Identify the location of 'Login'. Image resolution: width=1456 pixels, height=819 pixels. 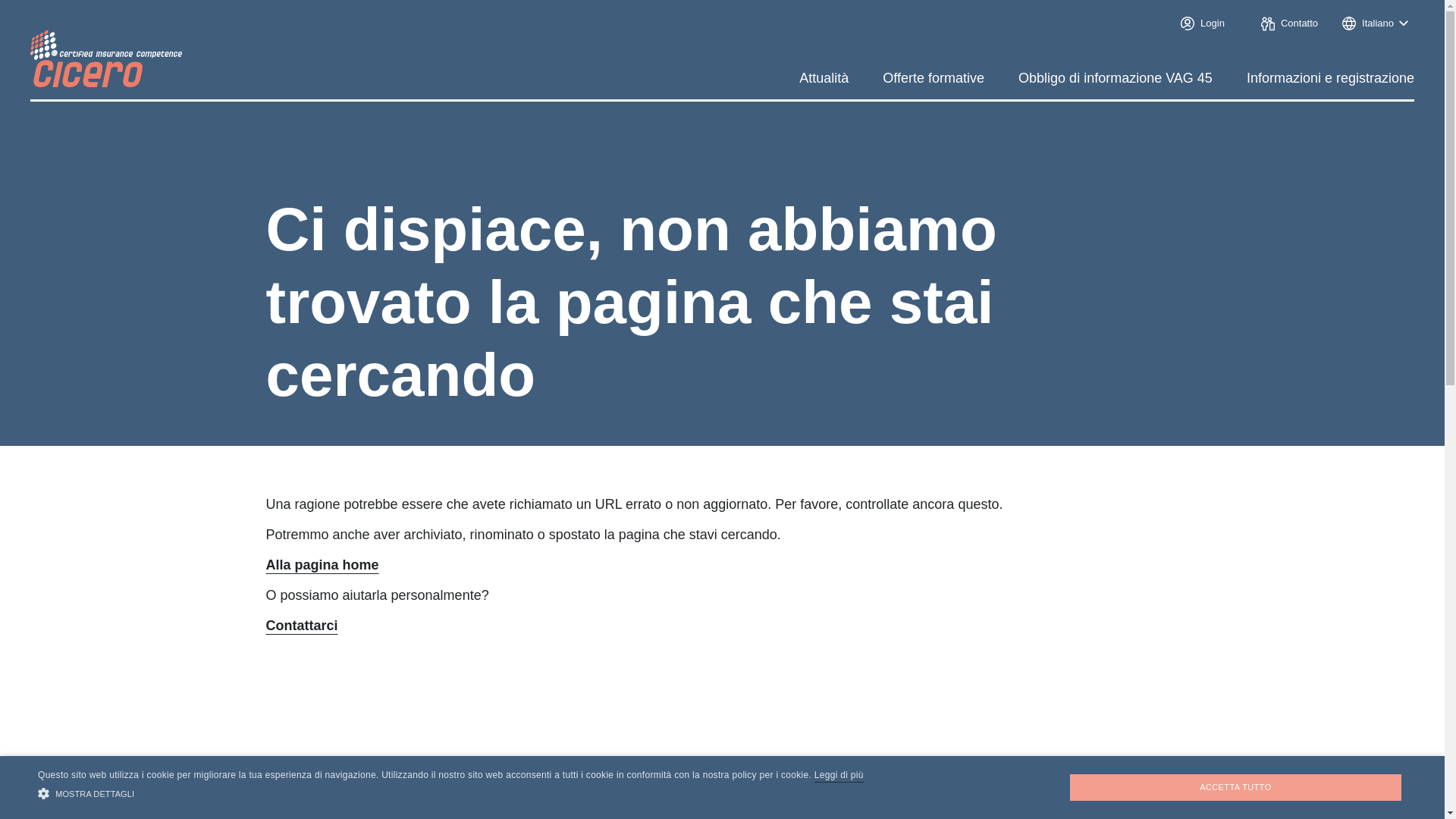
(1199, 23).